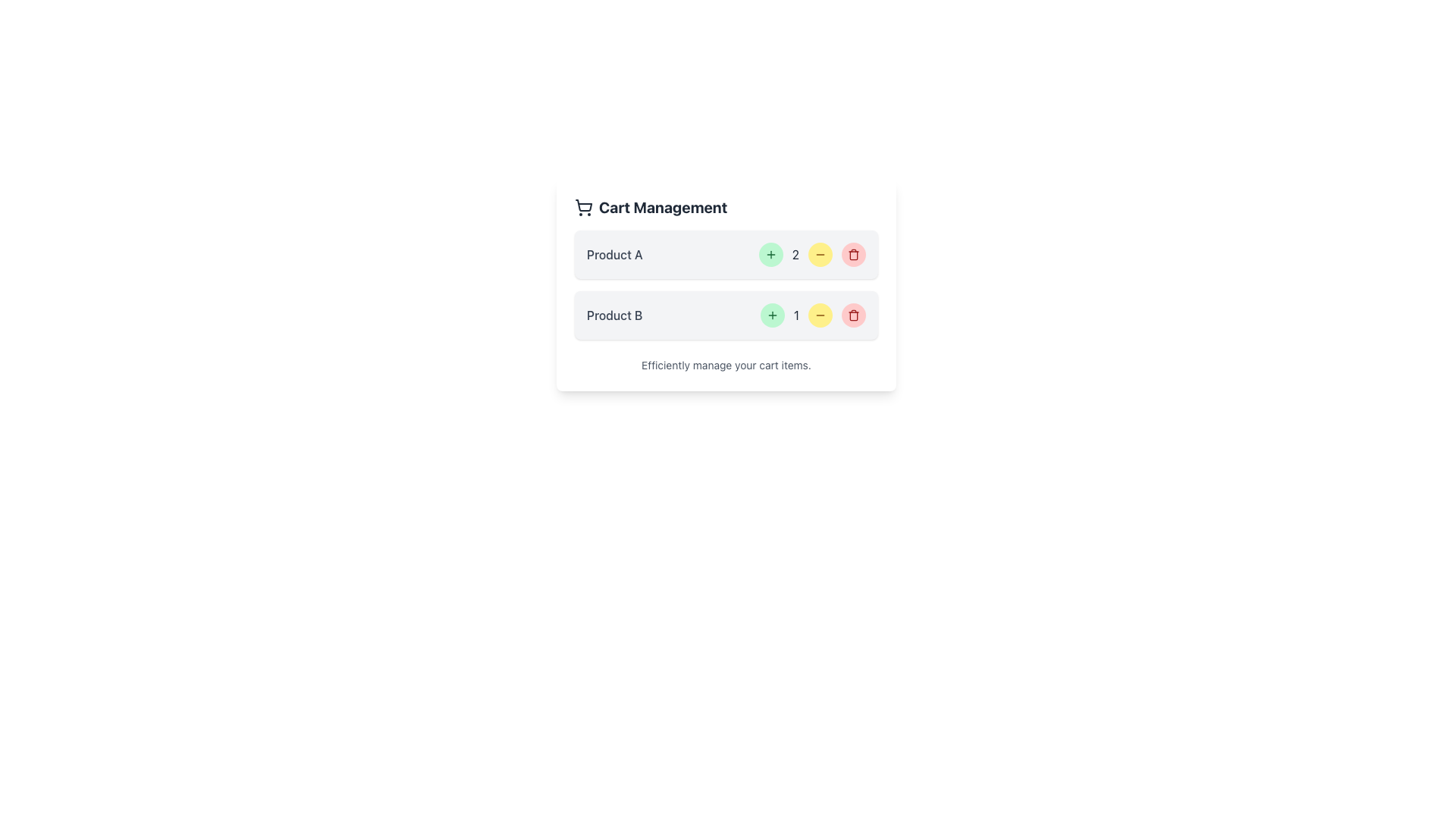 The height and width of the screenshot is (819, 1456). I want to click on the Text Label element labeled 'Product B', which is styled in gray and is positioned directly below 'Product A' in a vertical list layout, so click(614, 315).